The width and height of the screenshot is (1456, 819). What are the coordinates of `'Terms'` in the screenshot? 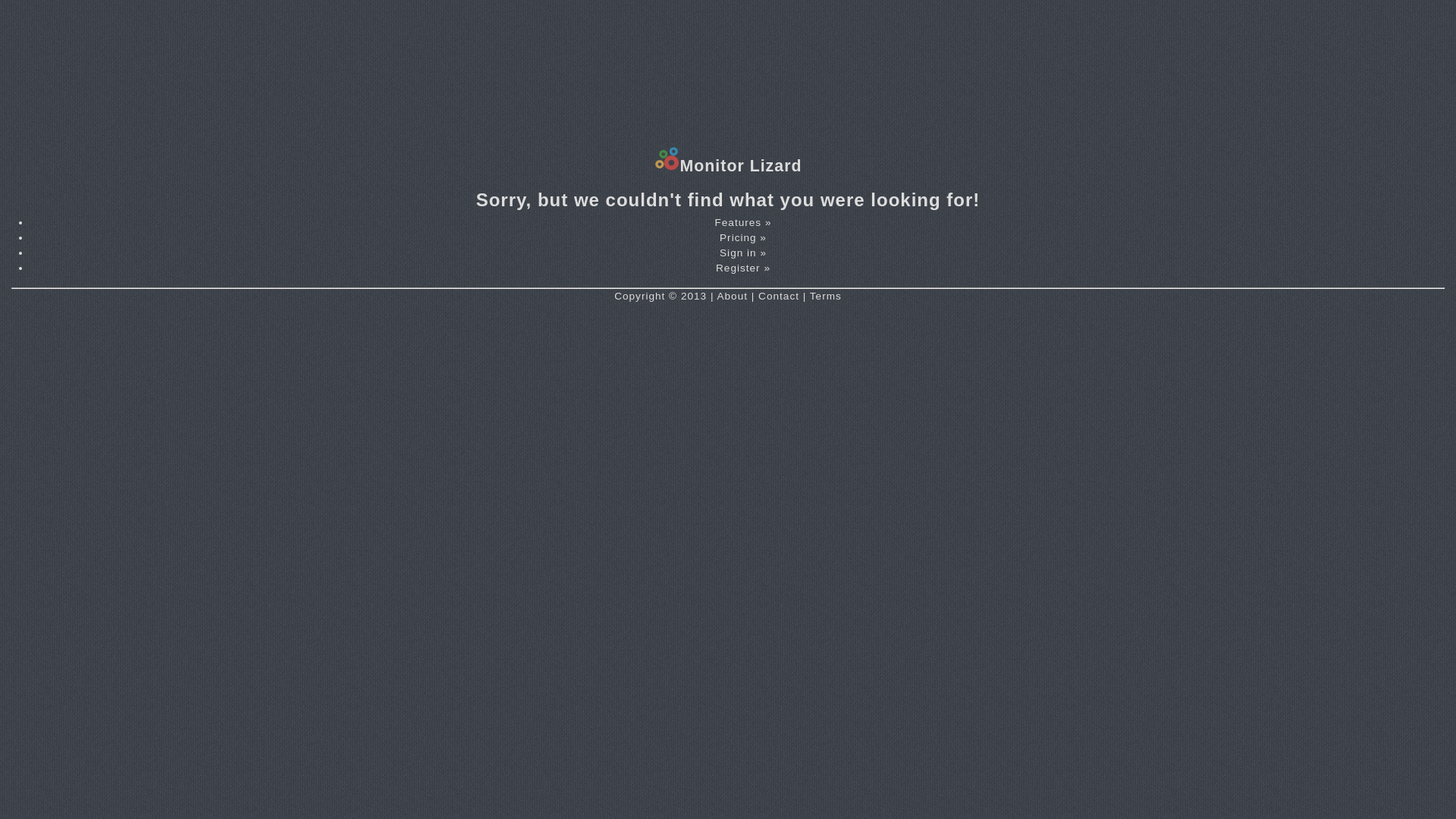 It's located at (809, 296).